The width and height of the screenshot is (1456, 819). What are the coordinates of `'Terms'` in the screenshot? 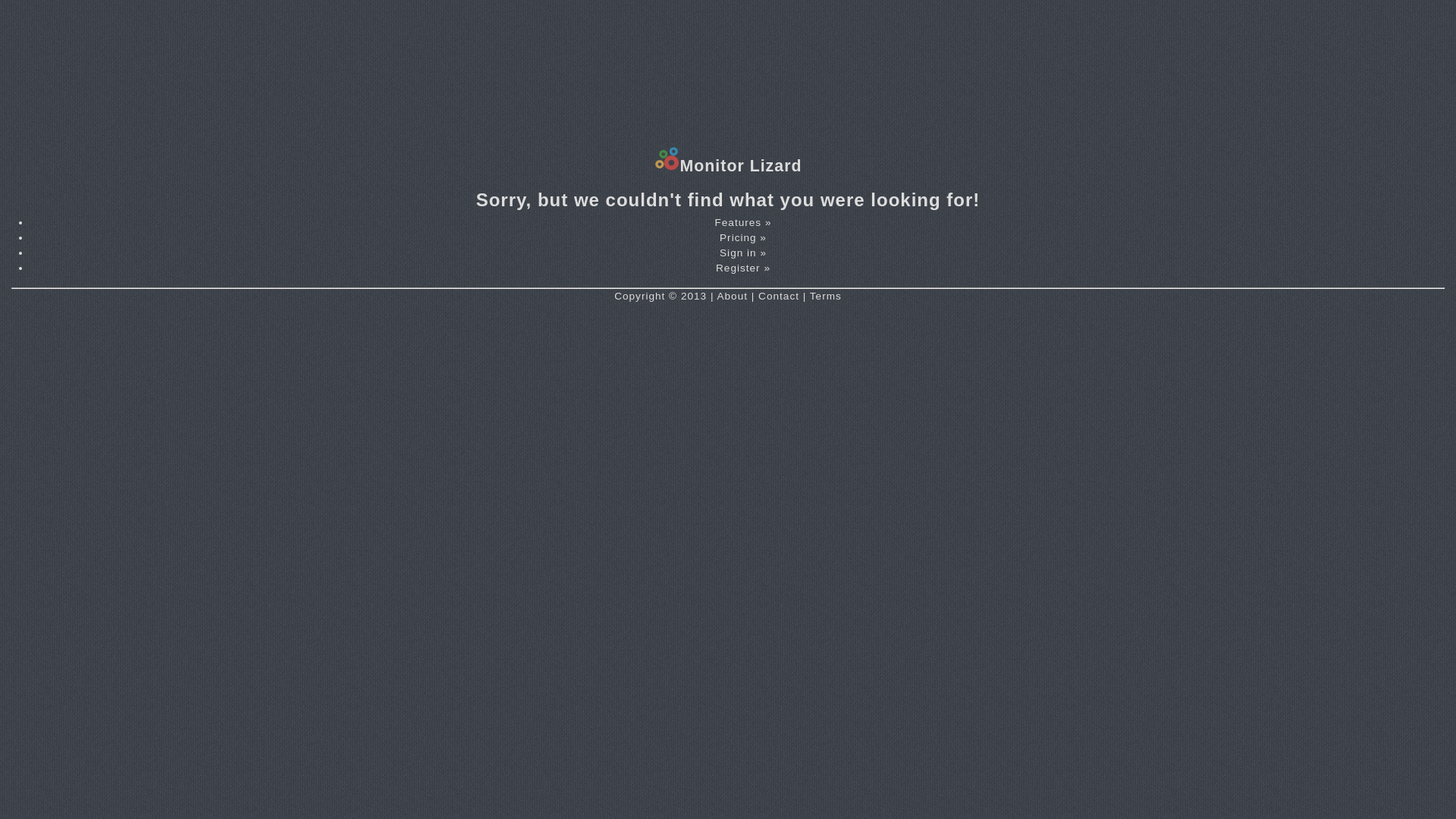 It's located at (809, 296).